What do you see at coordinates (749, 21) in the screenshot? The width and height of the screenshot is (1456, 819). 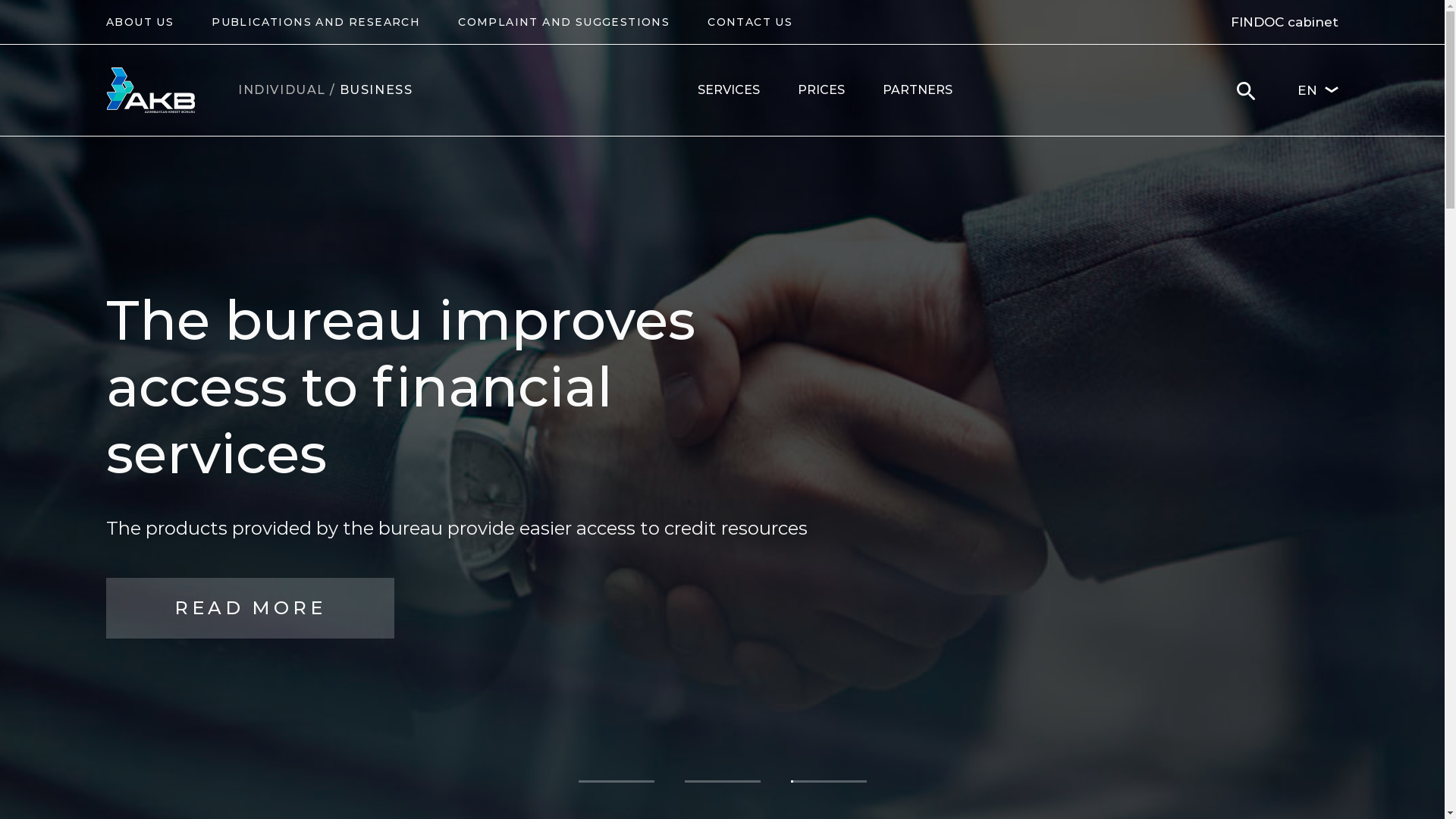 I see `'CONTACT US'` at bounding box center [749, 21].